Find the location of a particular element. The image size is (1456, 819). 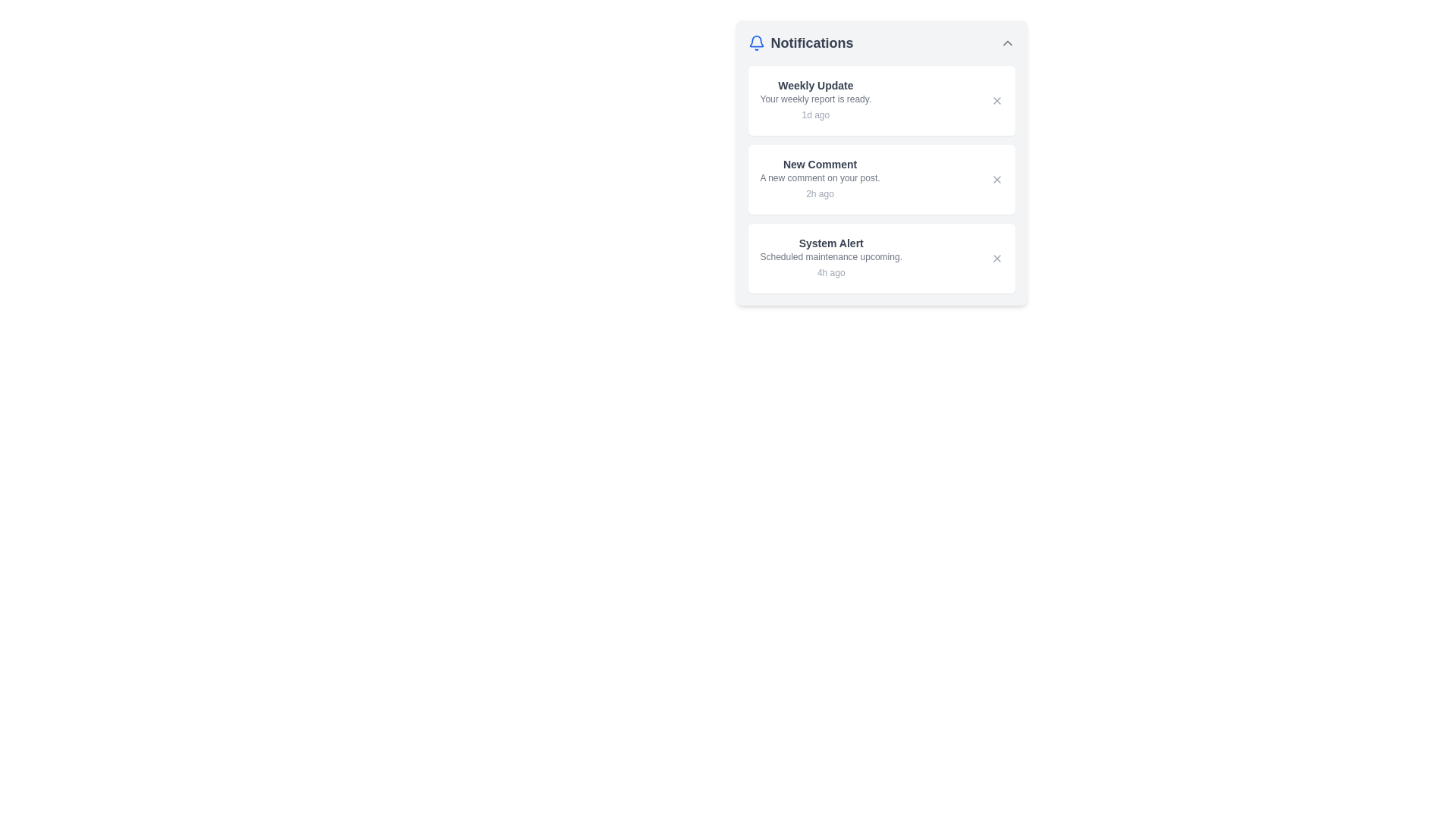

the text fragment that reads 'A new comment on your post.' which is displayed in gray below the 'New Comment' label in the second notification card is located at coordinates (819, 177).